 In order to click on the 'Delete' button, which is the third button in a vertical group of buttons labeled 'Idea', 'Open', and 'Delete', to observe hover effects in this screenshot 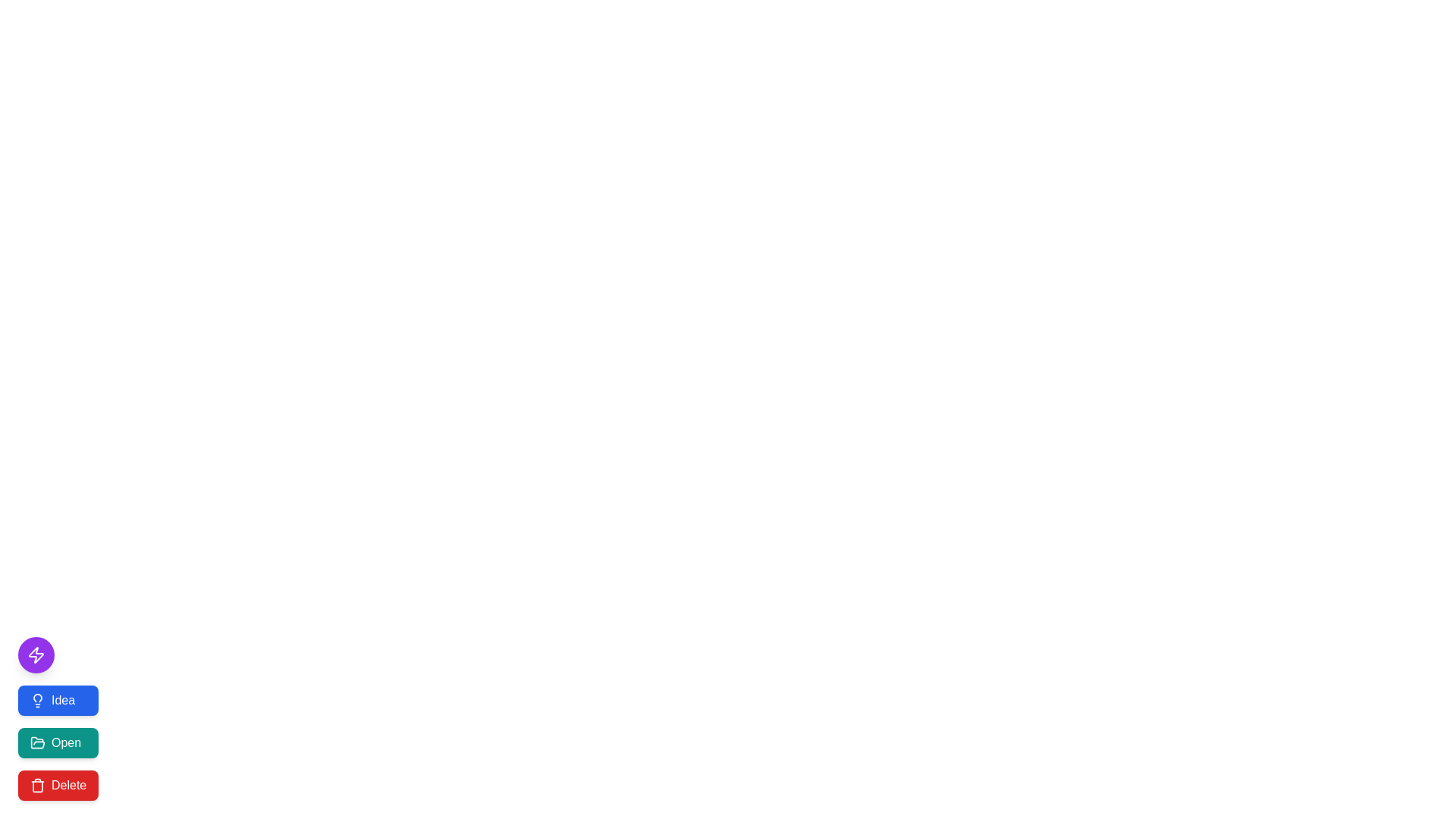, I will do `click(58, 785)`.